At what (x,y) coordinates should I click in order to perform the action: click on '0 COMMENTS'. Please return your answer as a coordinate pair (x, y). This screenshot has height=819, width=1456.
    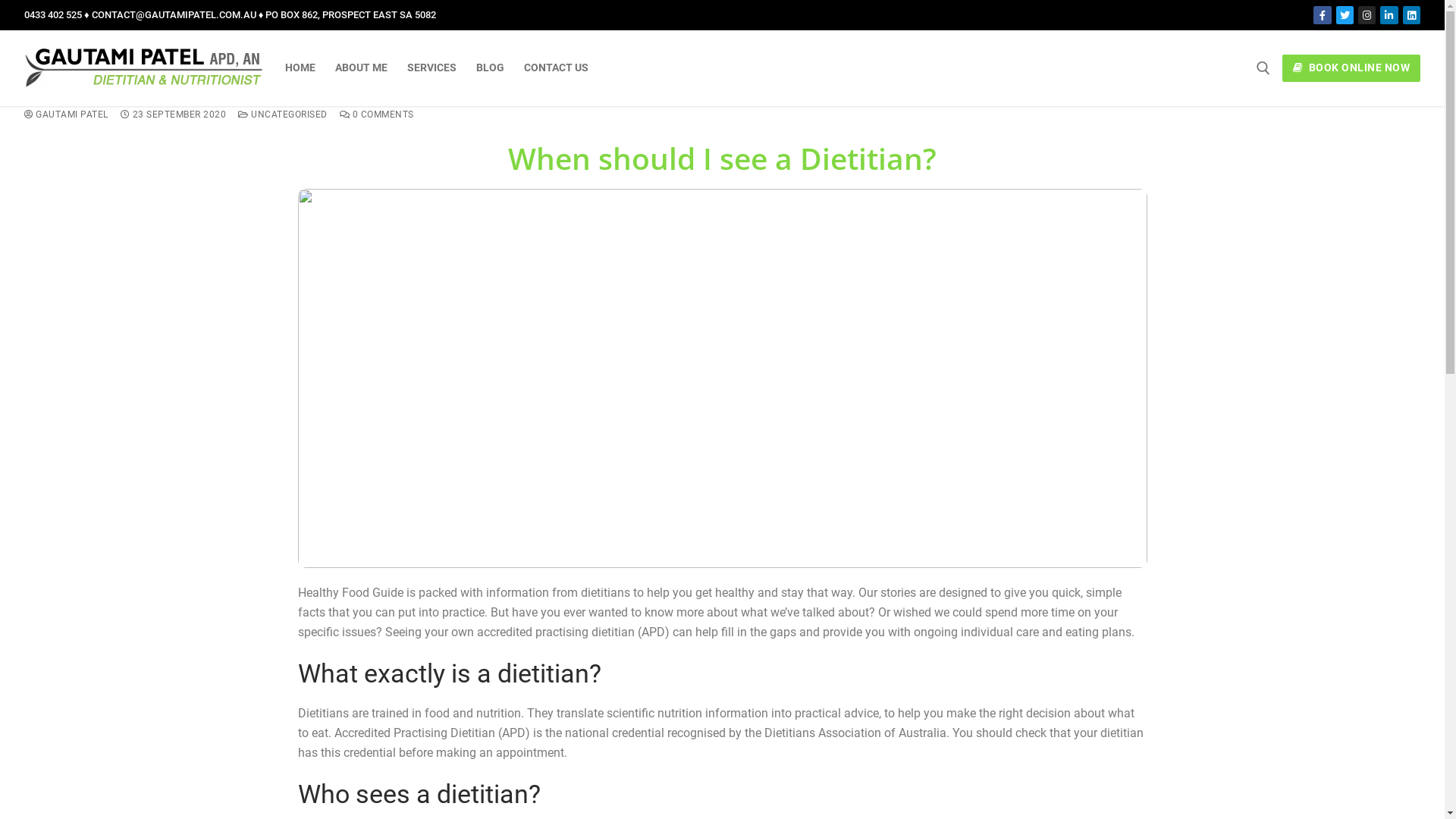
    Looking at the image, I should click on (377, 113).